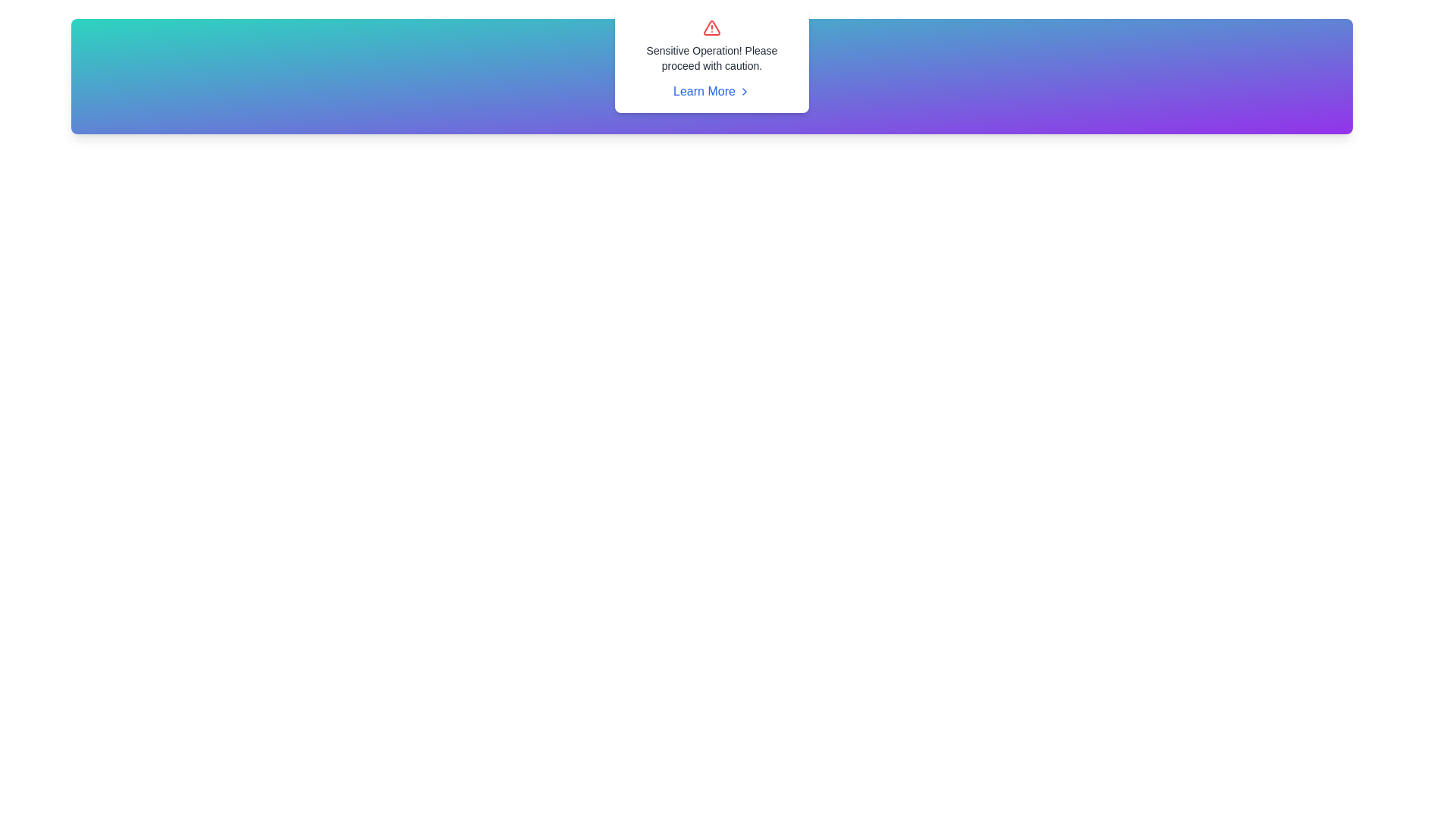  What do you see at coordinates (711, 58) in the screenshot?
I see `the text node displaying the message 'Sensitive Operation! Please proceed with caution.' which is center-aligned and positioned between a warning icon and a hyperlink labeled 'Learn More'` at bounding box center [711, 58].